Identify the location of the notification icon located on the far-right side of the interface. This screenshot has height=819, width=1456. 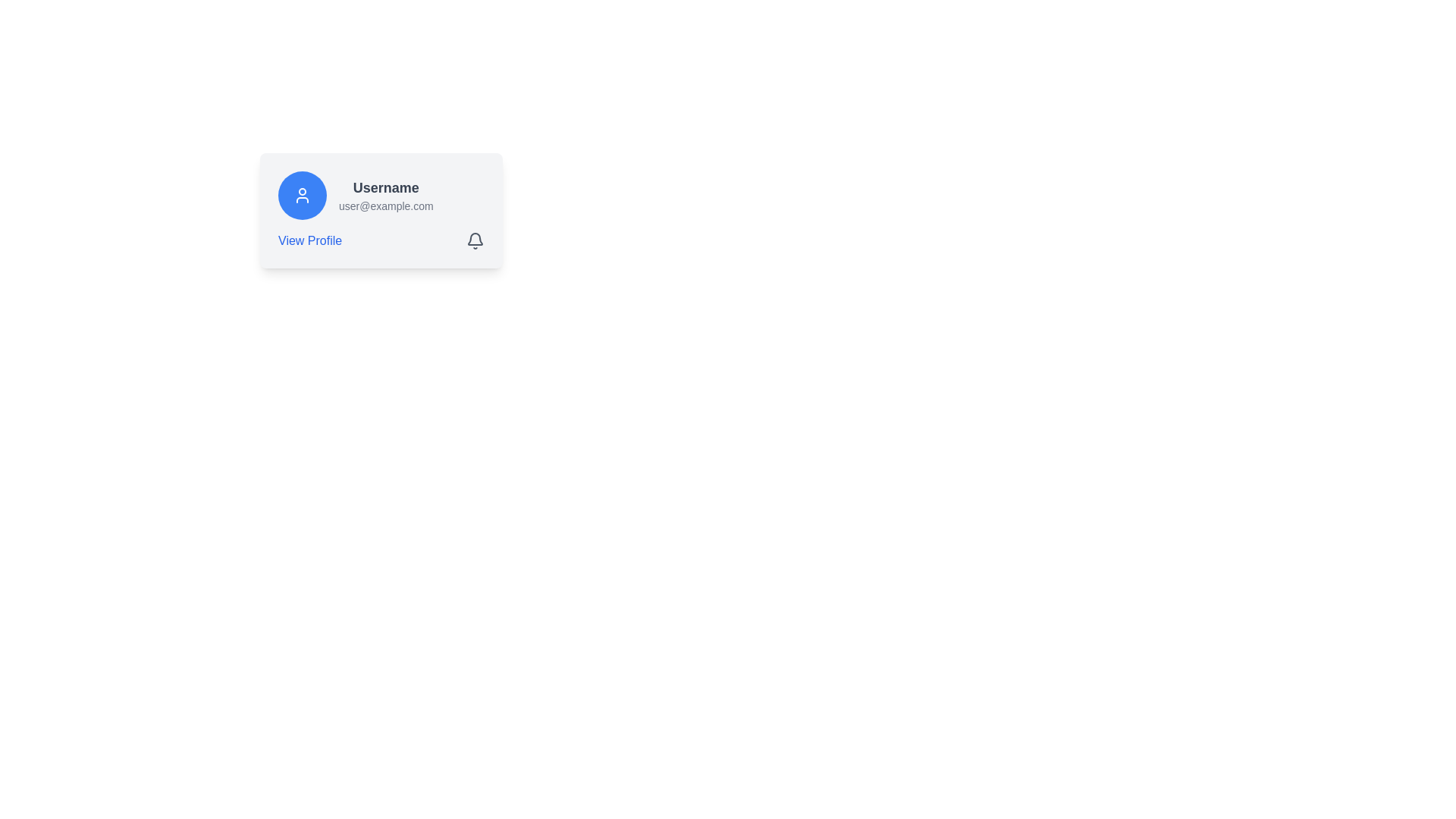
(475, 240).